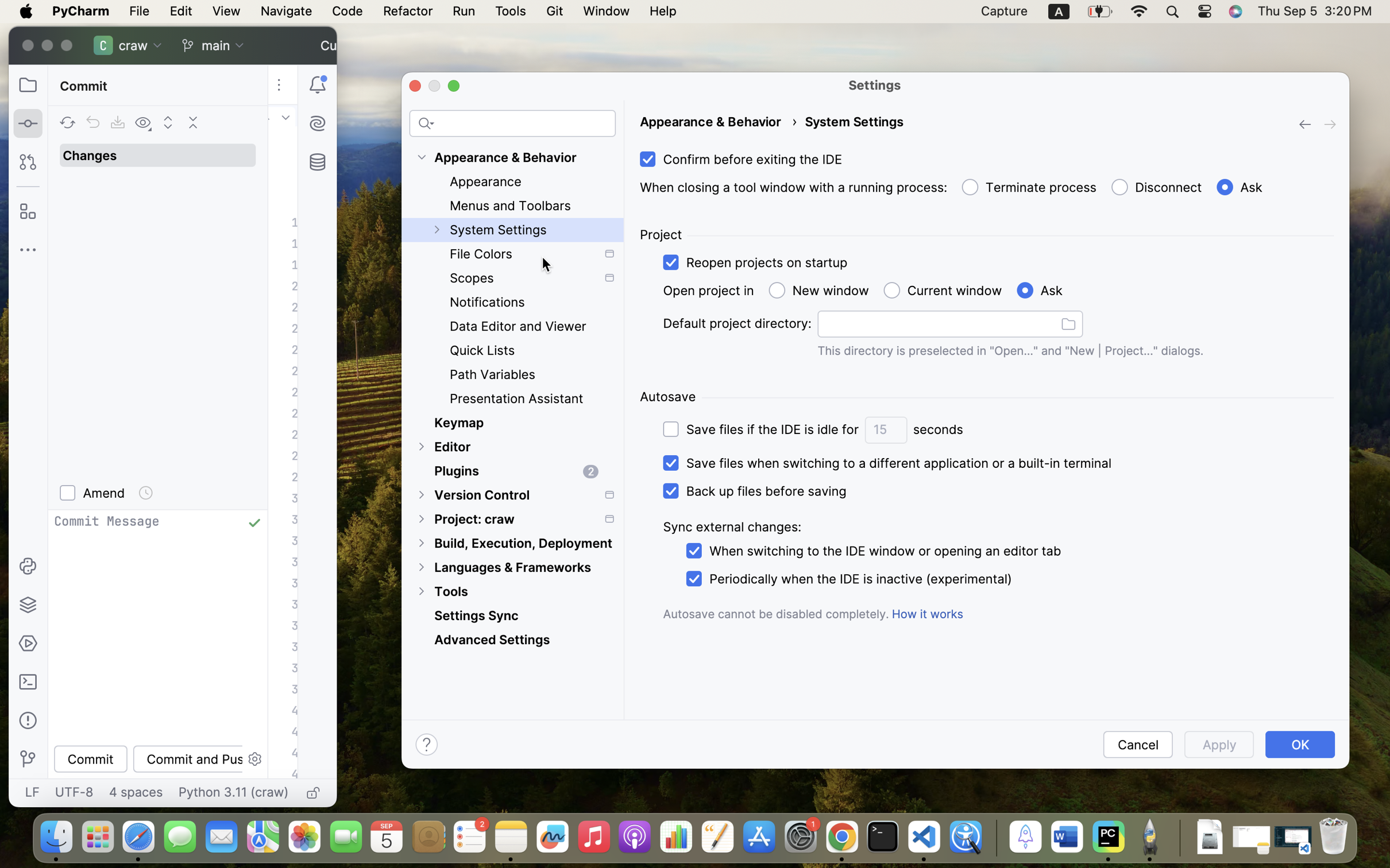 The width and height of the screenshot is (1390, 868). Describe the element at coordinates (667, 396) in the screenshot. I see `'Autosave'` at that location.